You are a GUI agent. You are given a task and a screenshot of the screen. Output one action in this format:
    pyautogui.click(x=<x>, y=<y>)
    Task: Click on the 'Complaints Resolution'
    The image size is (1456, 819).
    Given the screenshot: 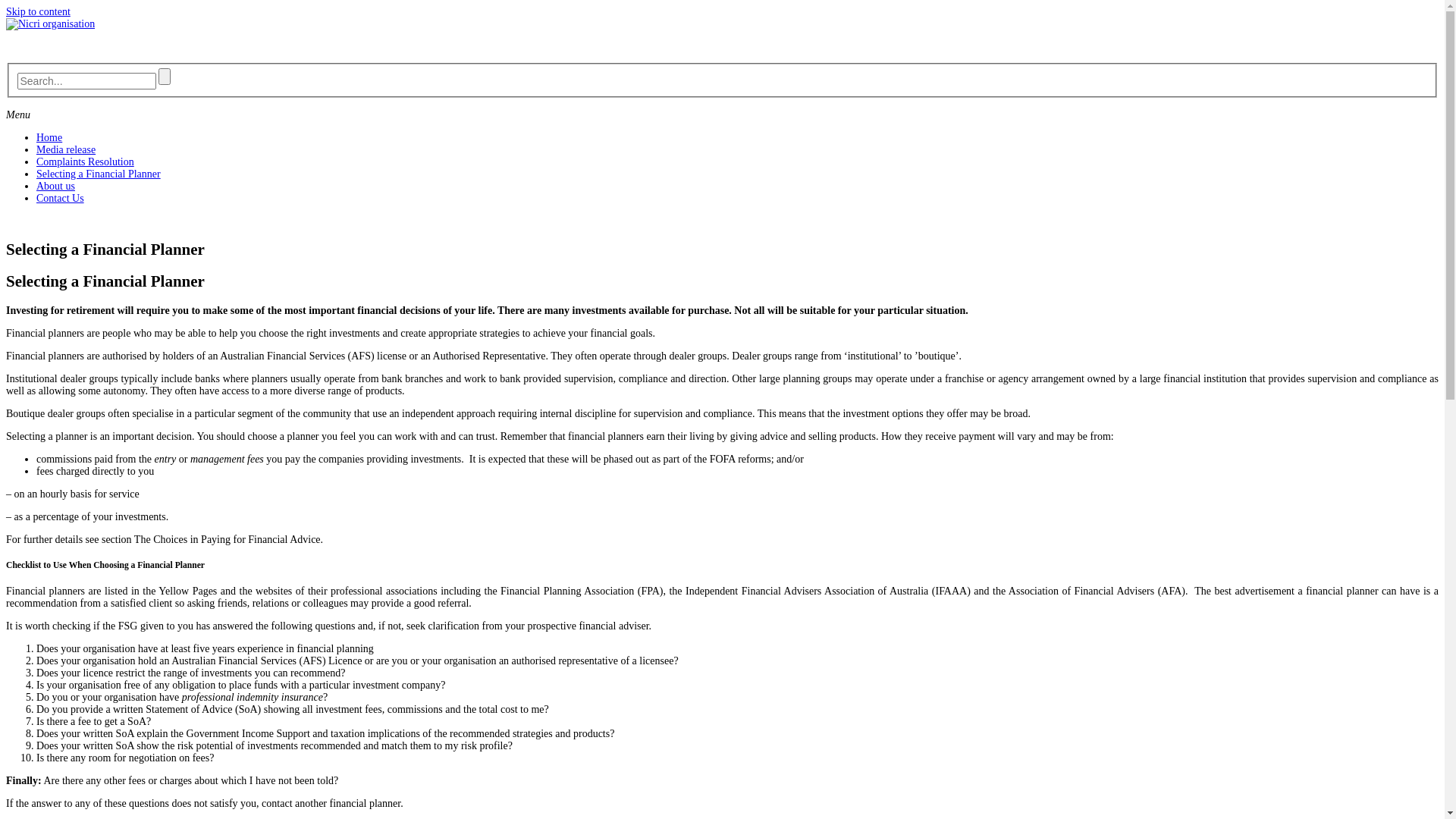 What is the action you would take?
    pyautogui.click(x=84, y=162)
    